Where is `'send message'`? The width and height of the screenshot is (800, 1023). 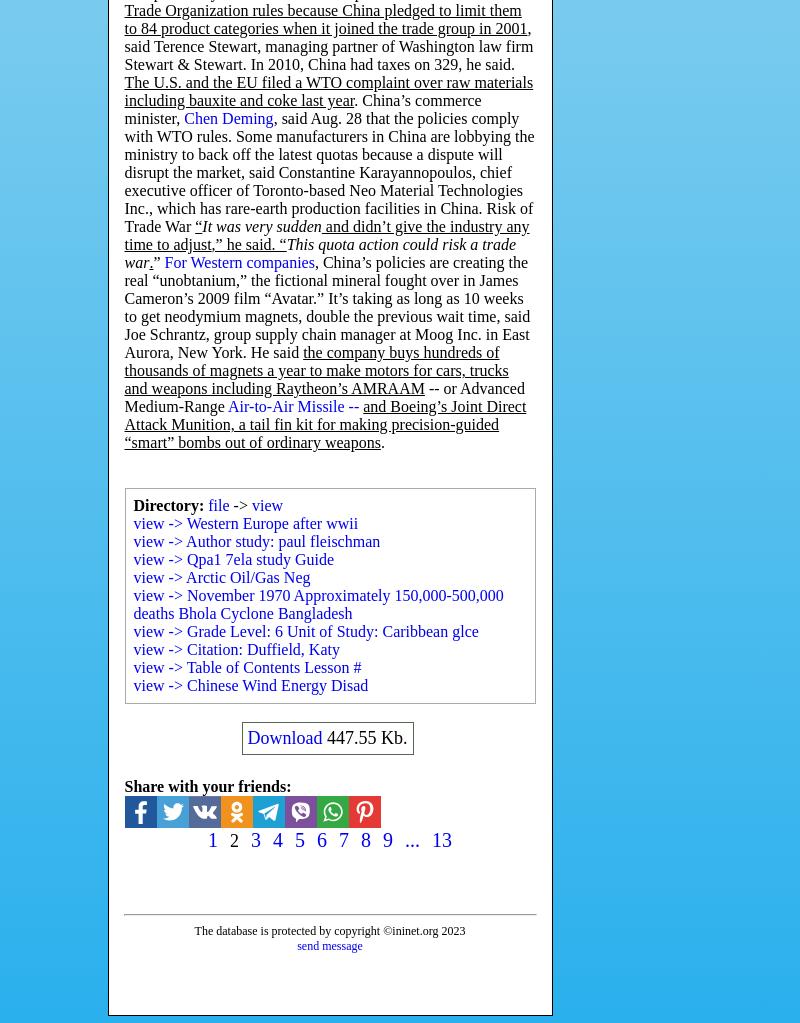 'send message' is located at coordinates (328, 945).